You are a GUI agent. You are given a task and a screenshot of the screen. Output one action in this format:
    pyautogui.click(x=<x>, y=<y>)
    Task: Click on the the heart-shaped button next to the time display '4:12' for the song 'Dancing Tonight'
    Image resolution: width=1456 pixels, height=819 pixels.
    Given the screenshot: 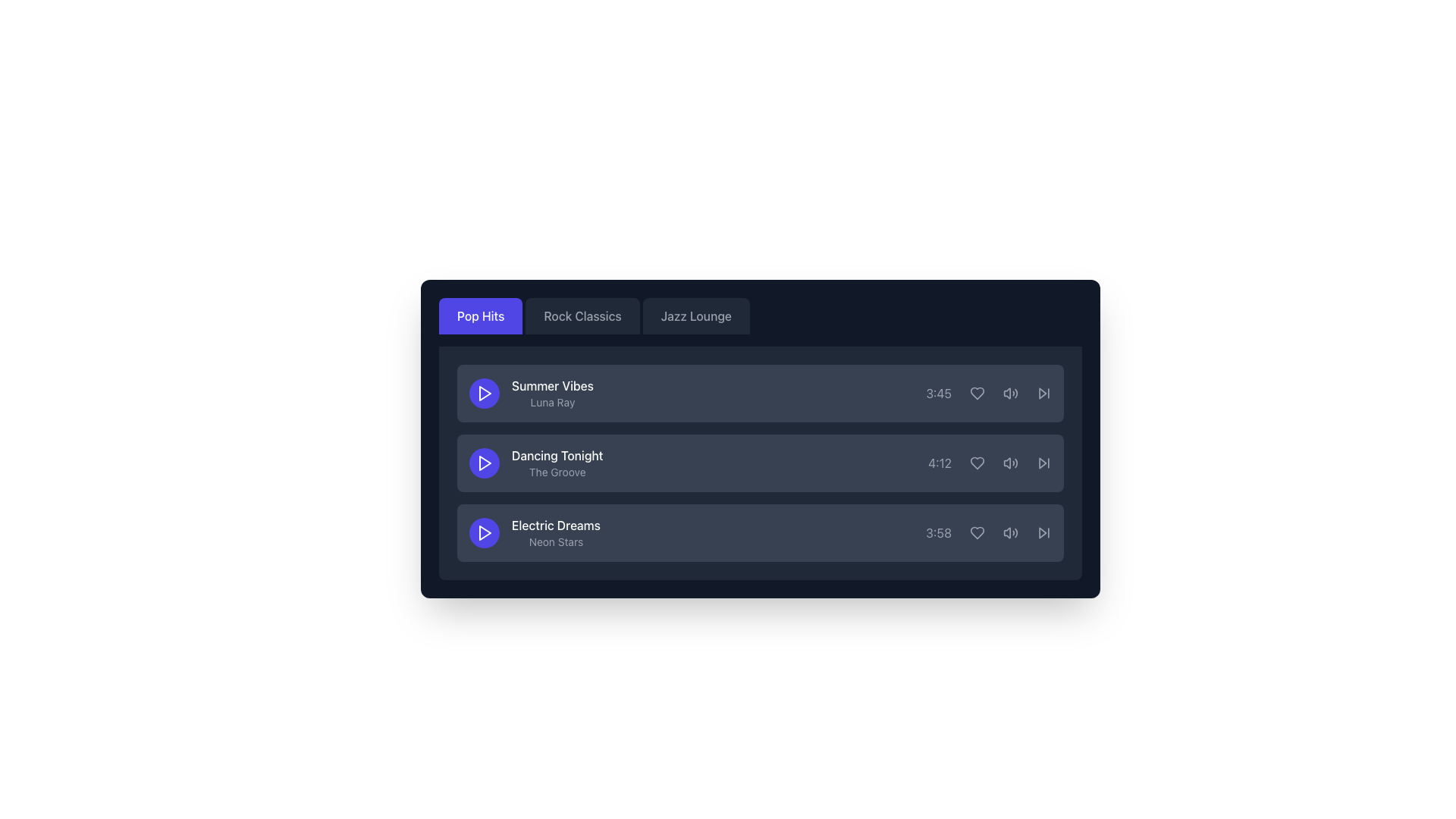 What is the action you would take?
    pyautogui.click(x=977, y=462)
    